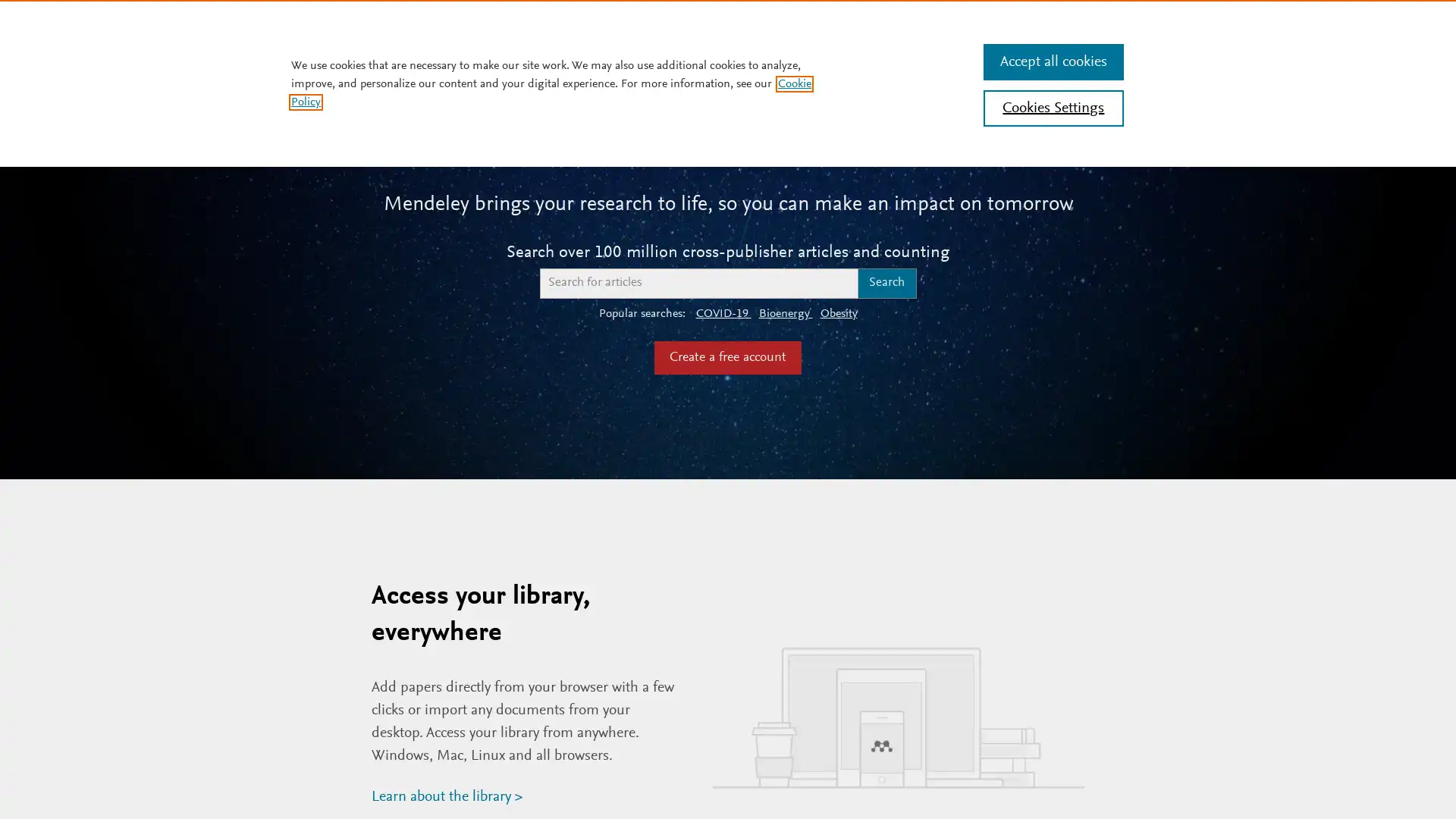  I want to click on Cookies Settings, so click(1052, 107).